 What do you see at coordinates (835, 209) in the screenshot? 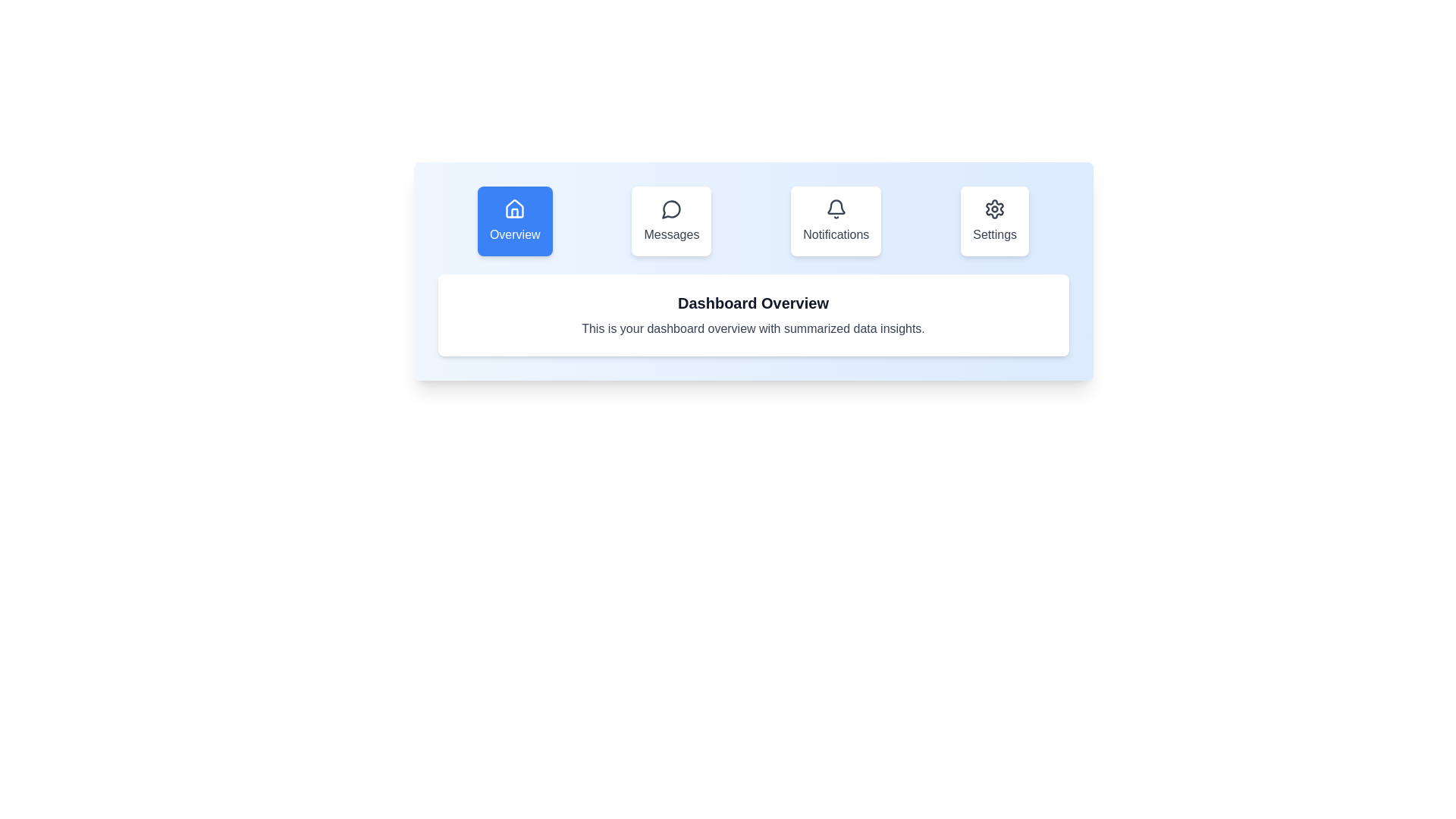
I see `the bell icon in the Notifications section` at bounding box center [835, 209].